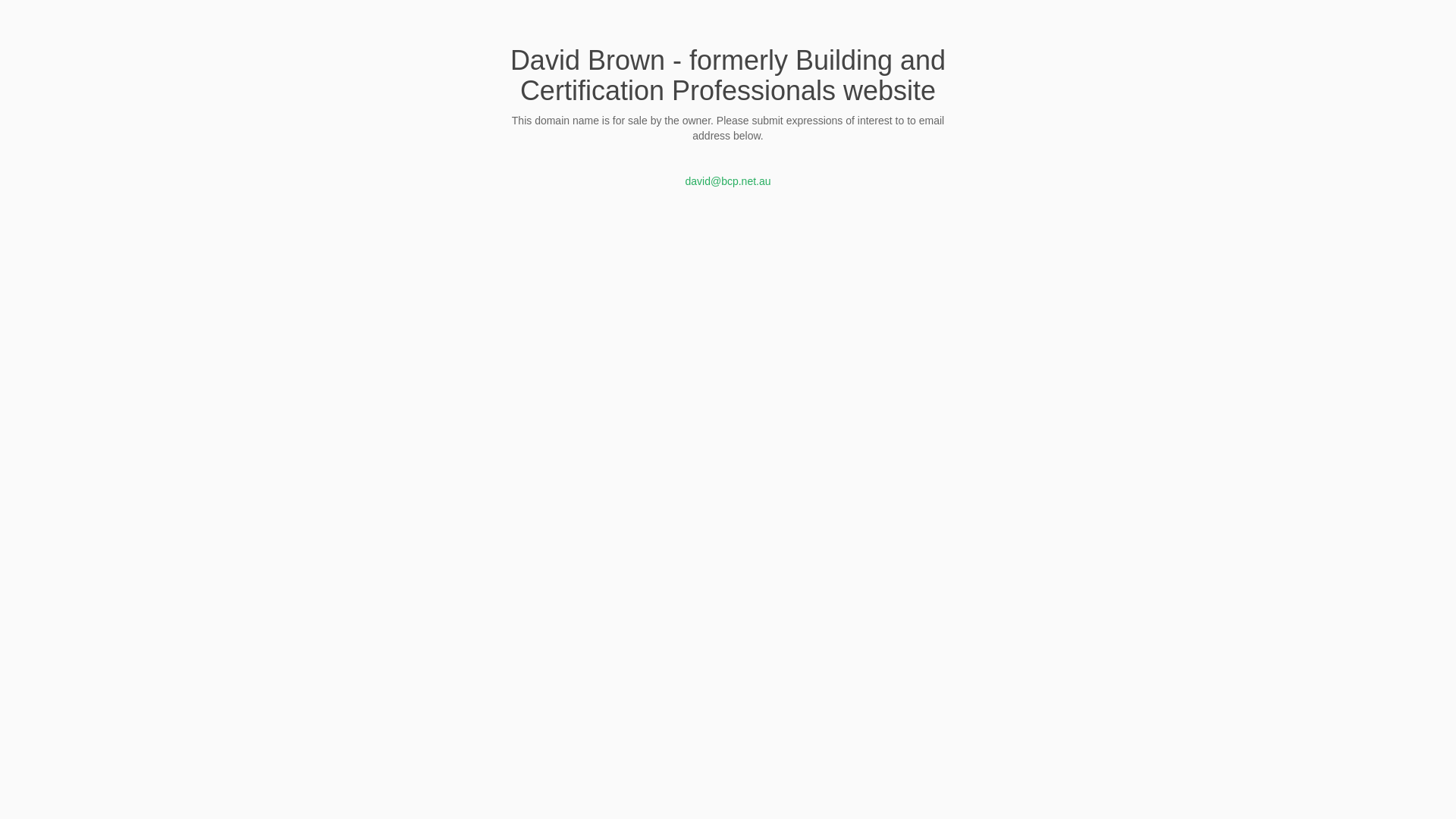  What do you see at coordinates (726, 180) in the screenshot?
I see `'david@bcp.net.au'` at bounding box center [726, 180].